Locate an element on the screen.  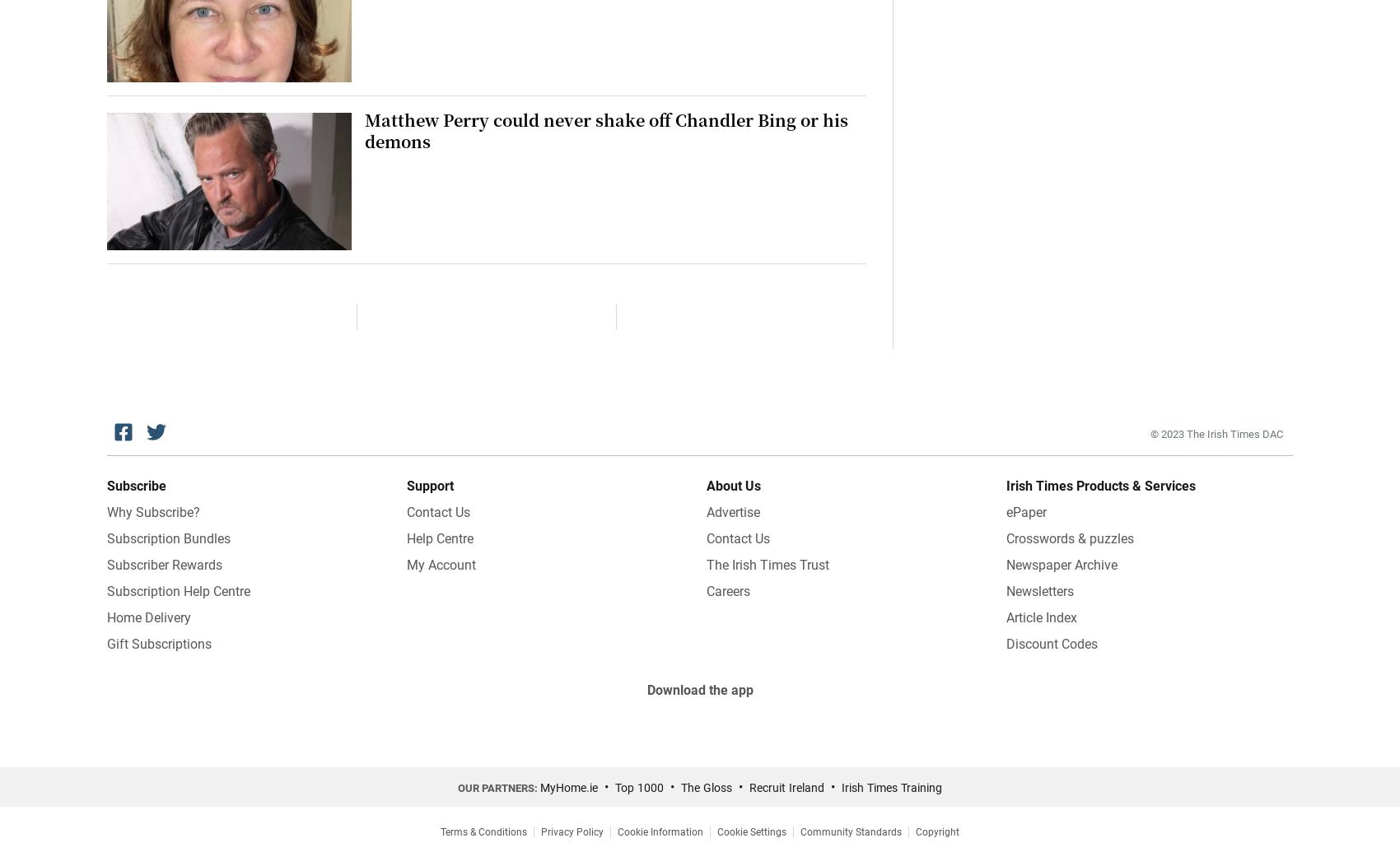
'Cookie Information' is located at coordinates (660, 832).